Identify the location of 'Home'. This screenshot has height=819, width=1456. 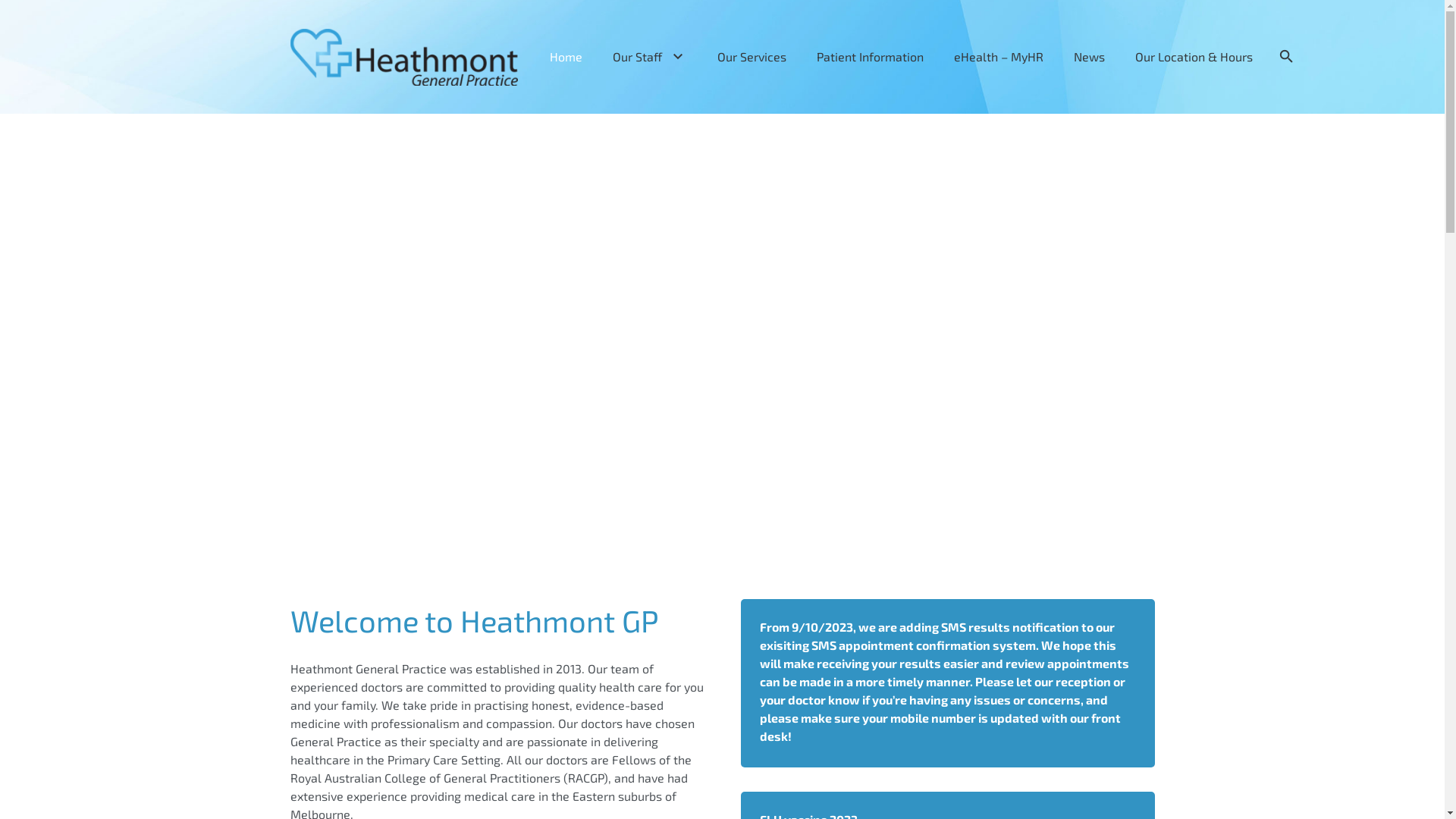
(535, 55).